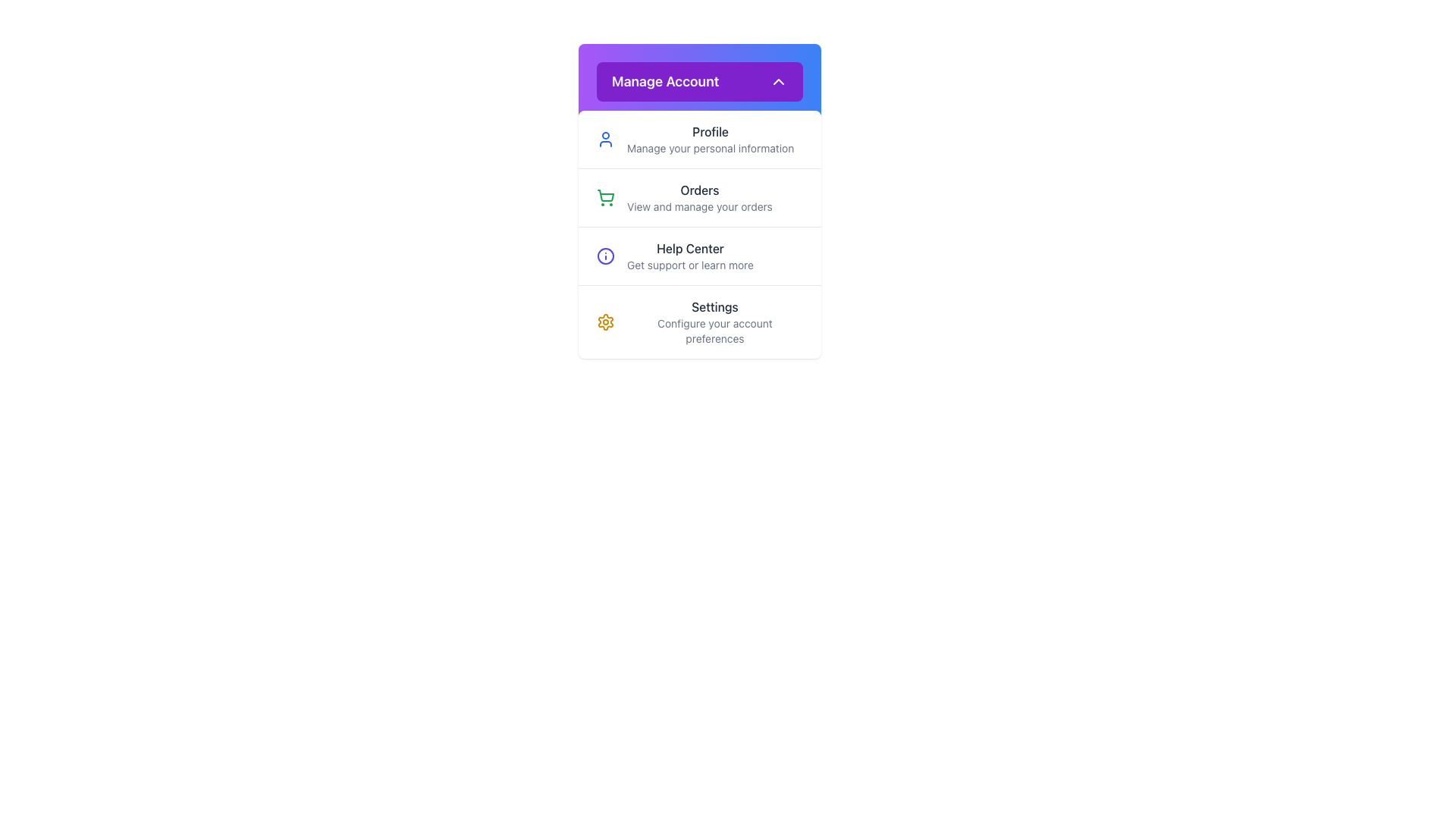  Describe the element at coordinates (698, 207) in the screenshot. I see `description of the text label that reads 'View and manage your orders.' located below the 'Orders' heading in the menu` at that location.